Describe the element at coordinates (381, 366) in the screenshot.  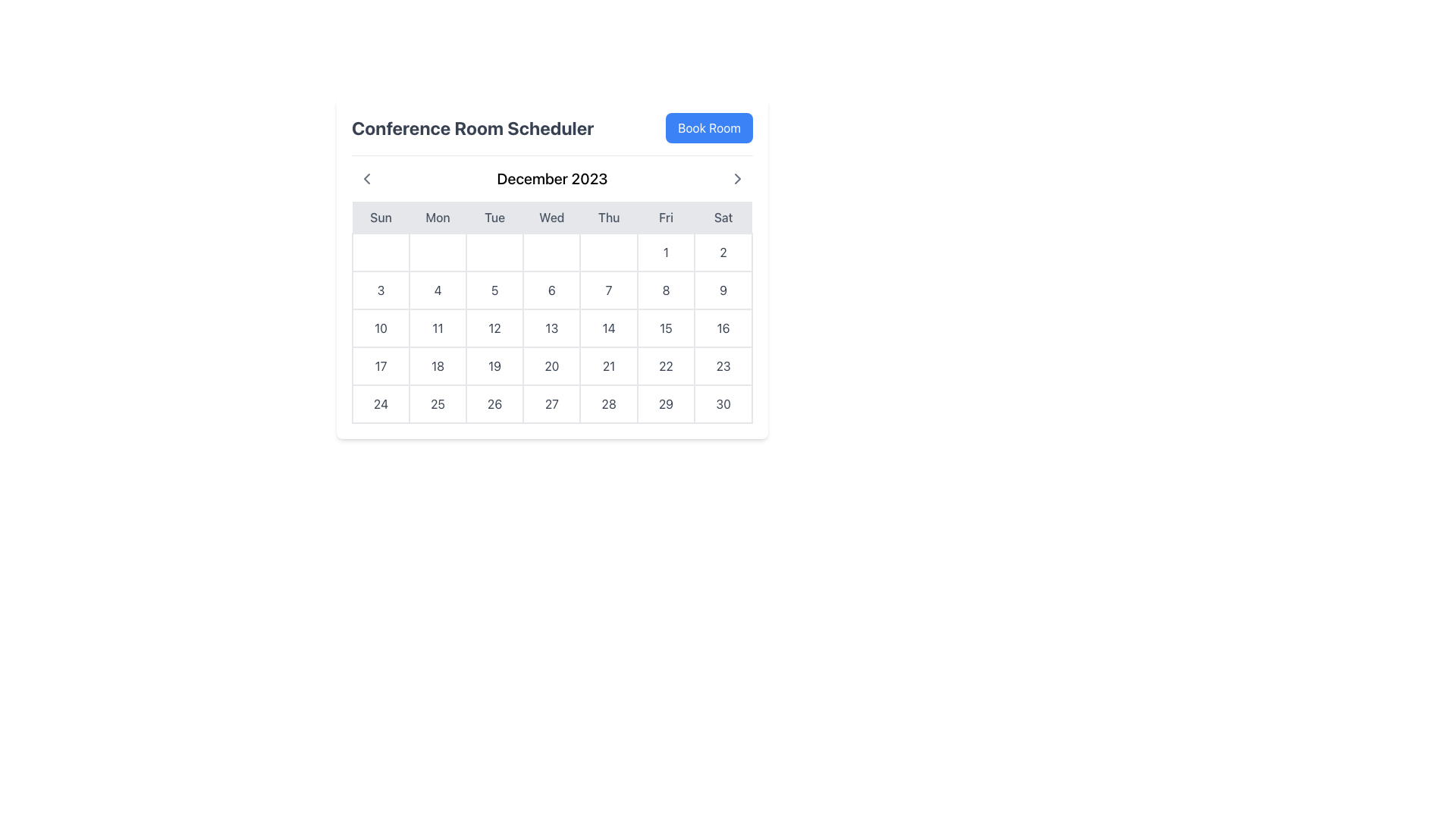
I see `the Calendar Date Cell element displaying the date '17'` at that location.